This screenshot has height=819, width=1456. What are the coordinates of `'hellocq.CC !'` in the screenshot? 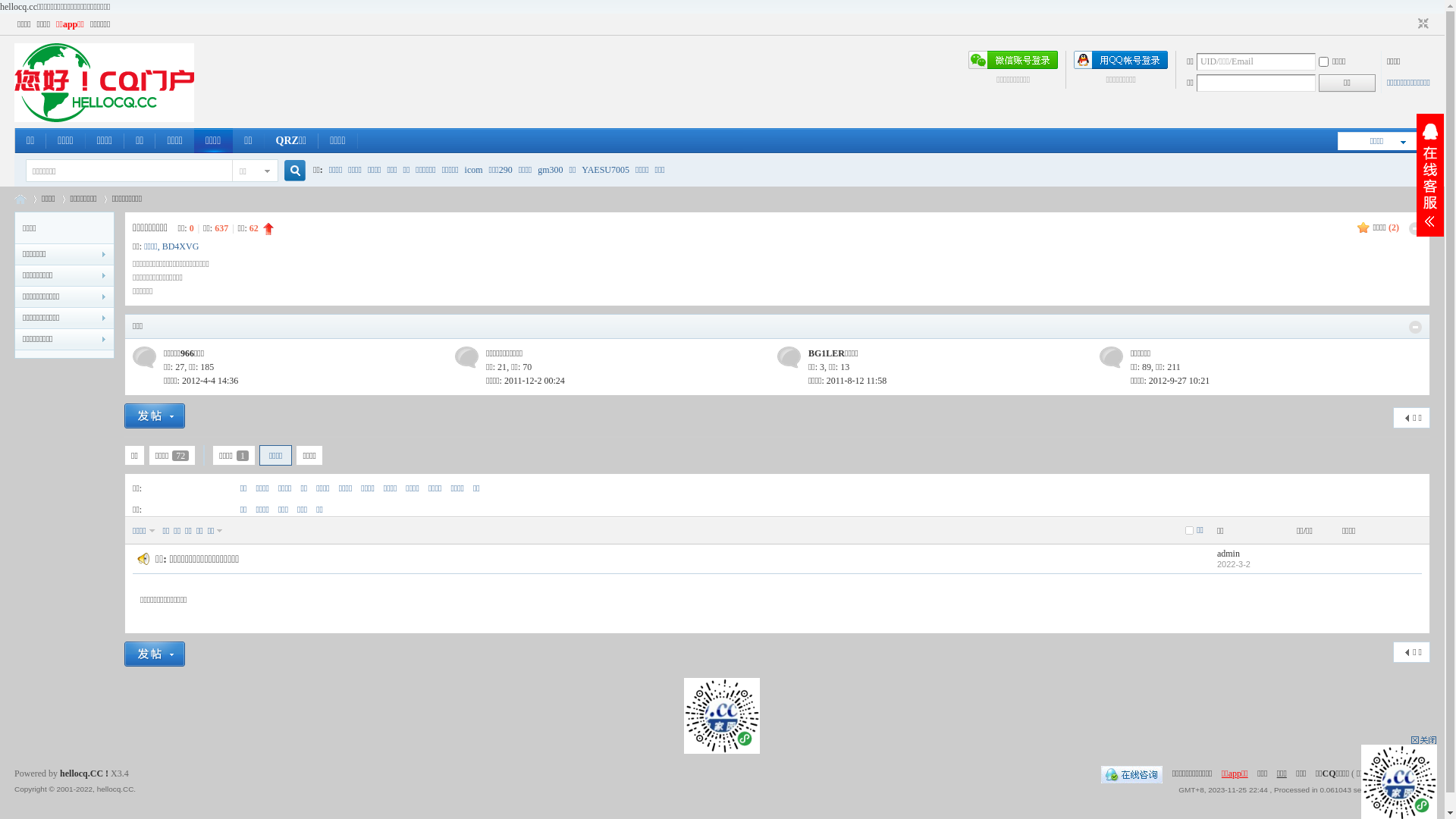 It's located at (59, 773).